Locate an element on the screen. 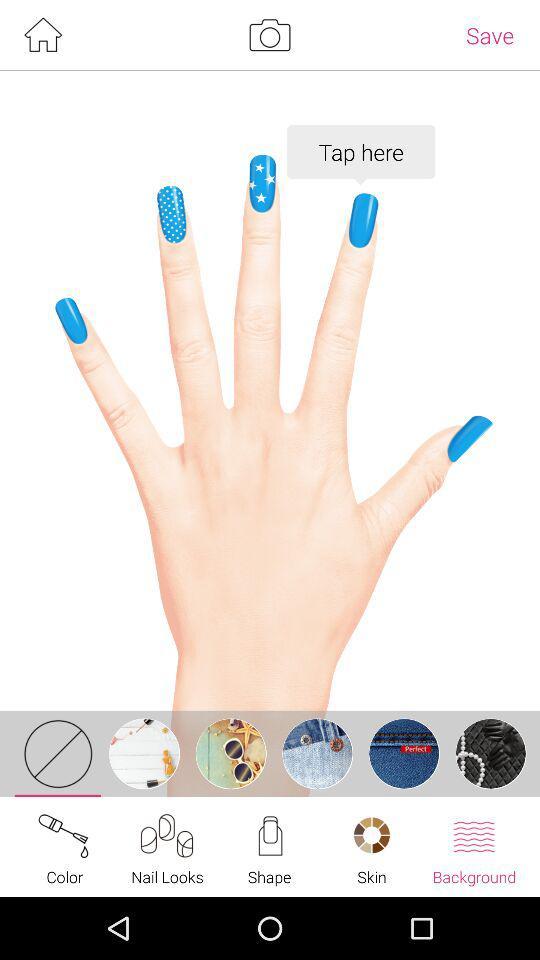 The image size is (540, 960). the fourth icon which is on the grey bar is located at coordinates (318, 752).